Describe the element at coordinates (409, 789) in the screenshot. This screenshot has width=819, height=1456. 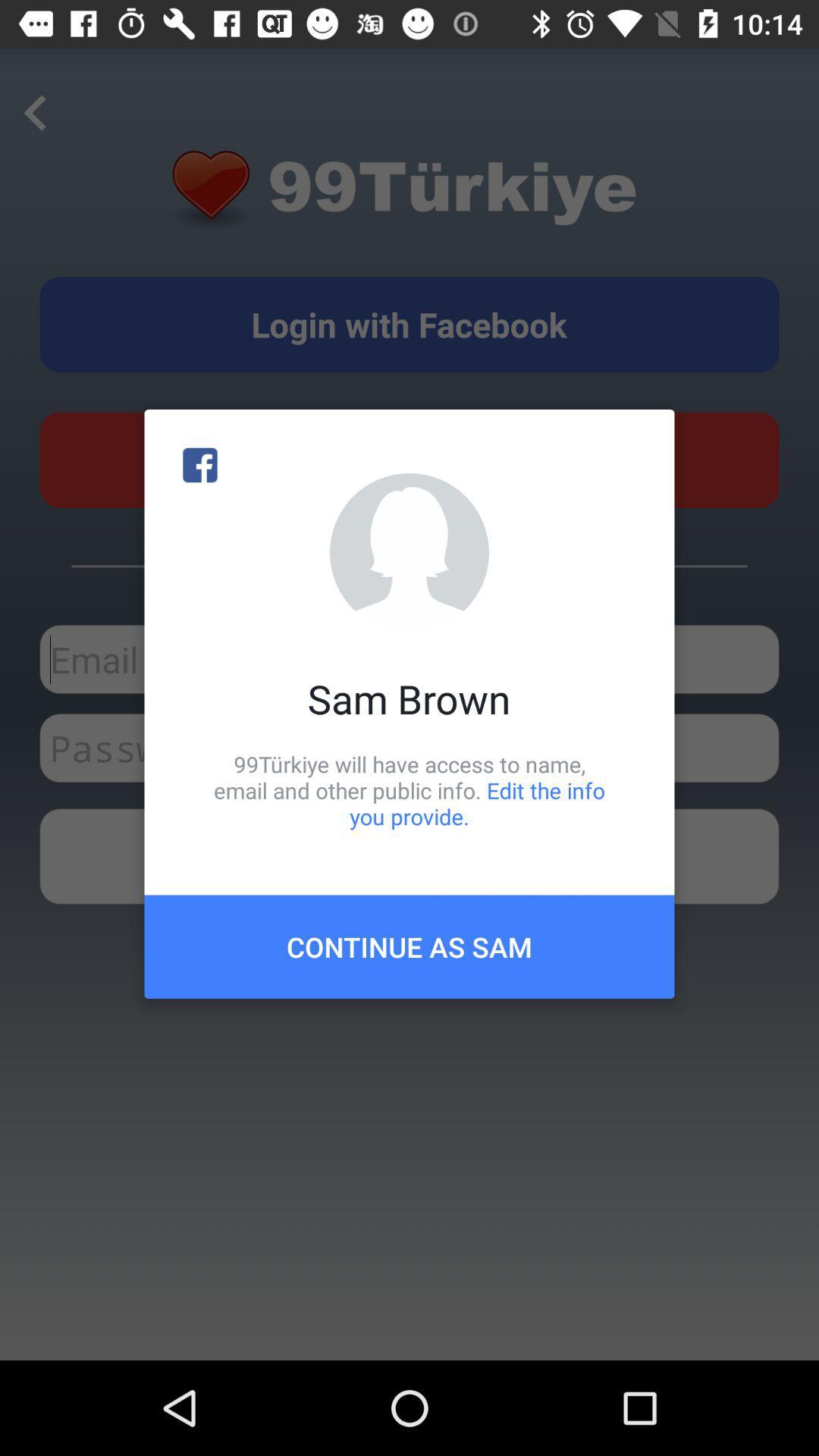
I see `icon below sam brown` at that location.